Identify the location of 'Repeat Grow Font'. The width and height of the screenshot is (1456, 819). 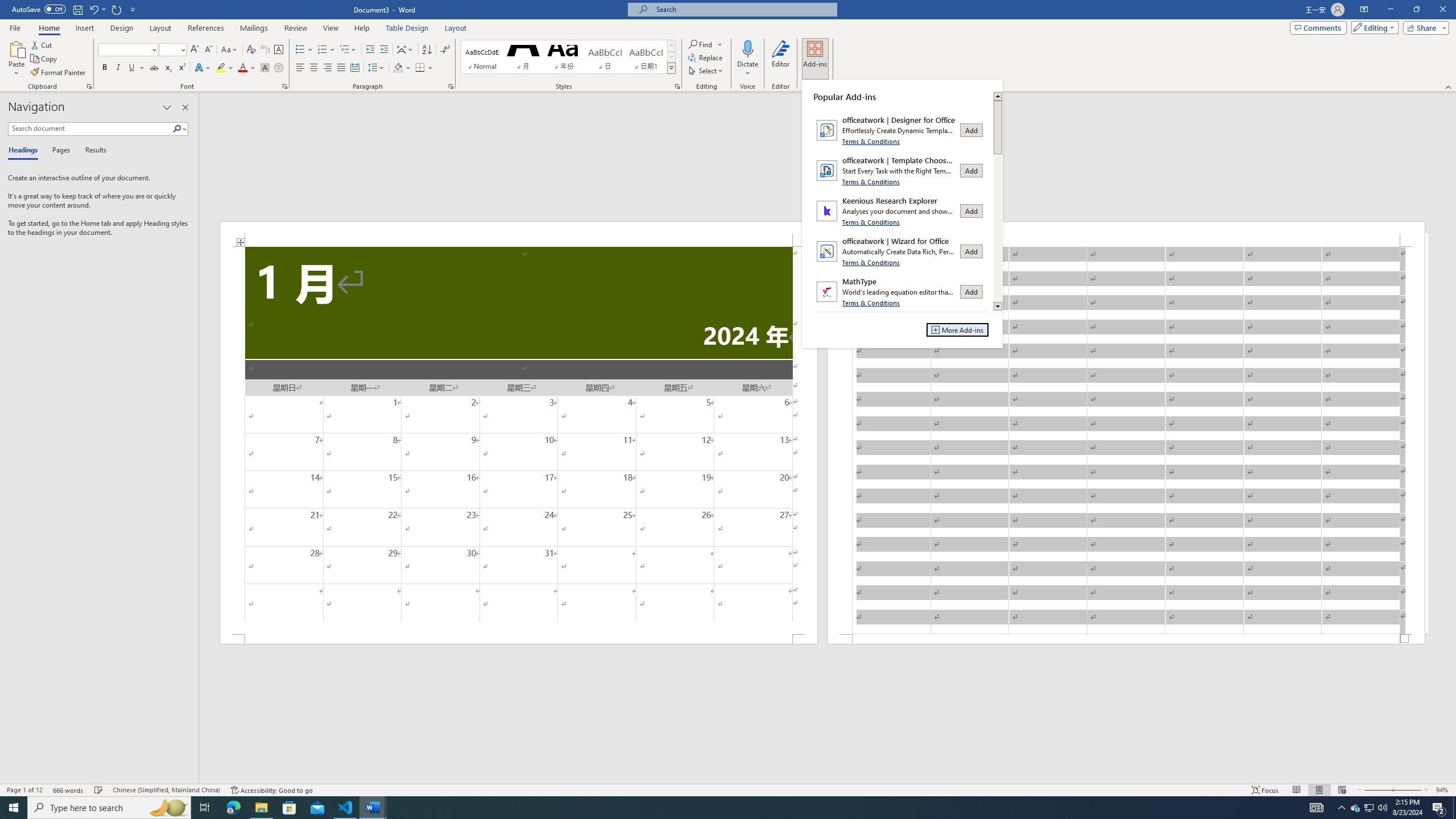
(117, 9).